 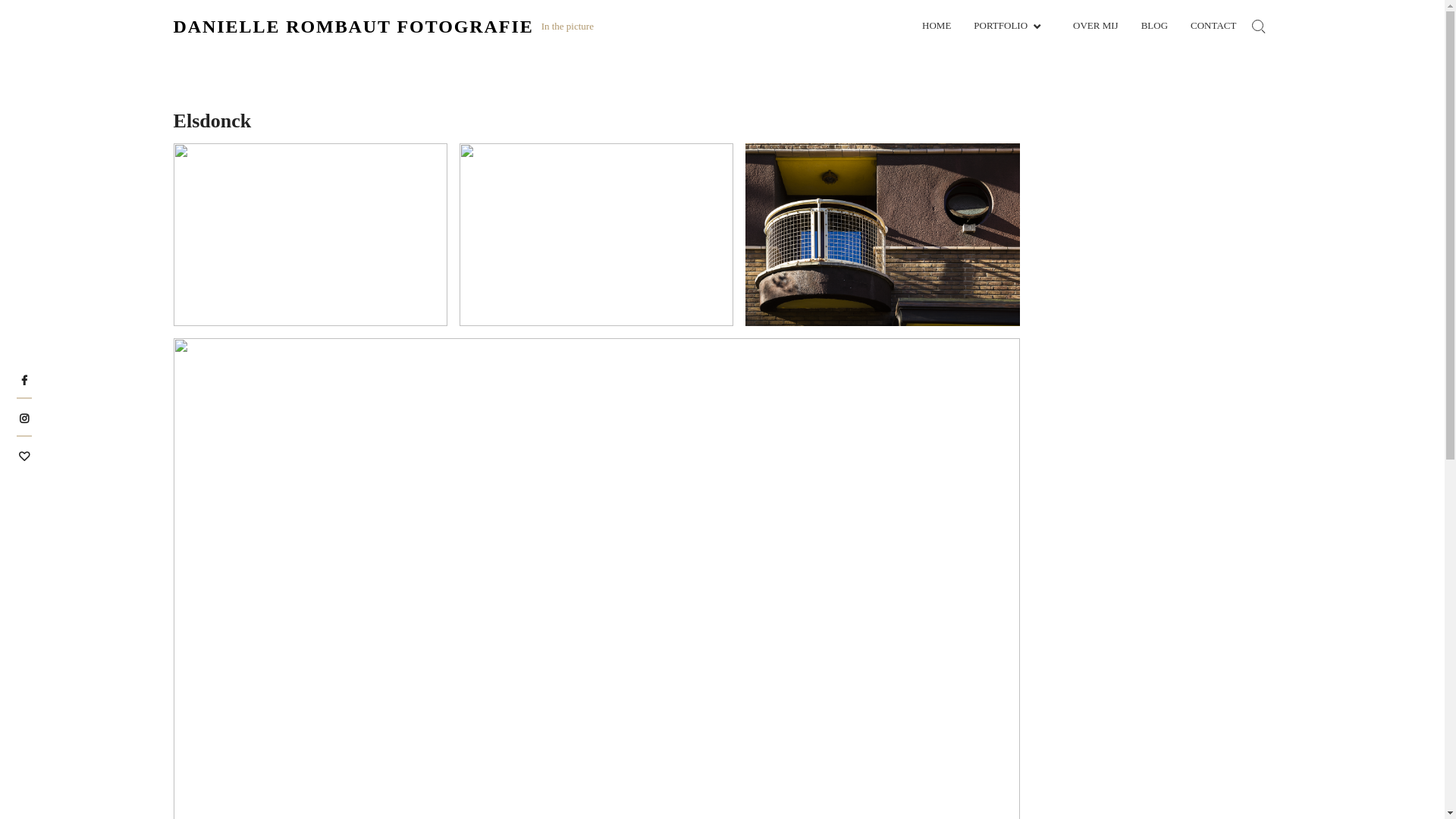 I want to click on 'HOME', so click(x=935, y=26).